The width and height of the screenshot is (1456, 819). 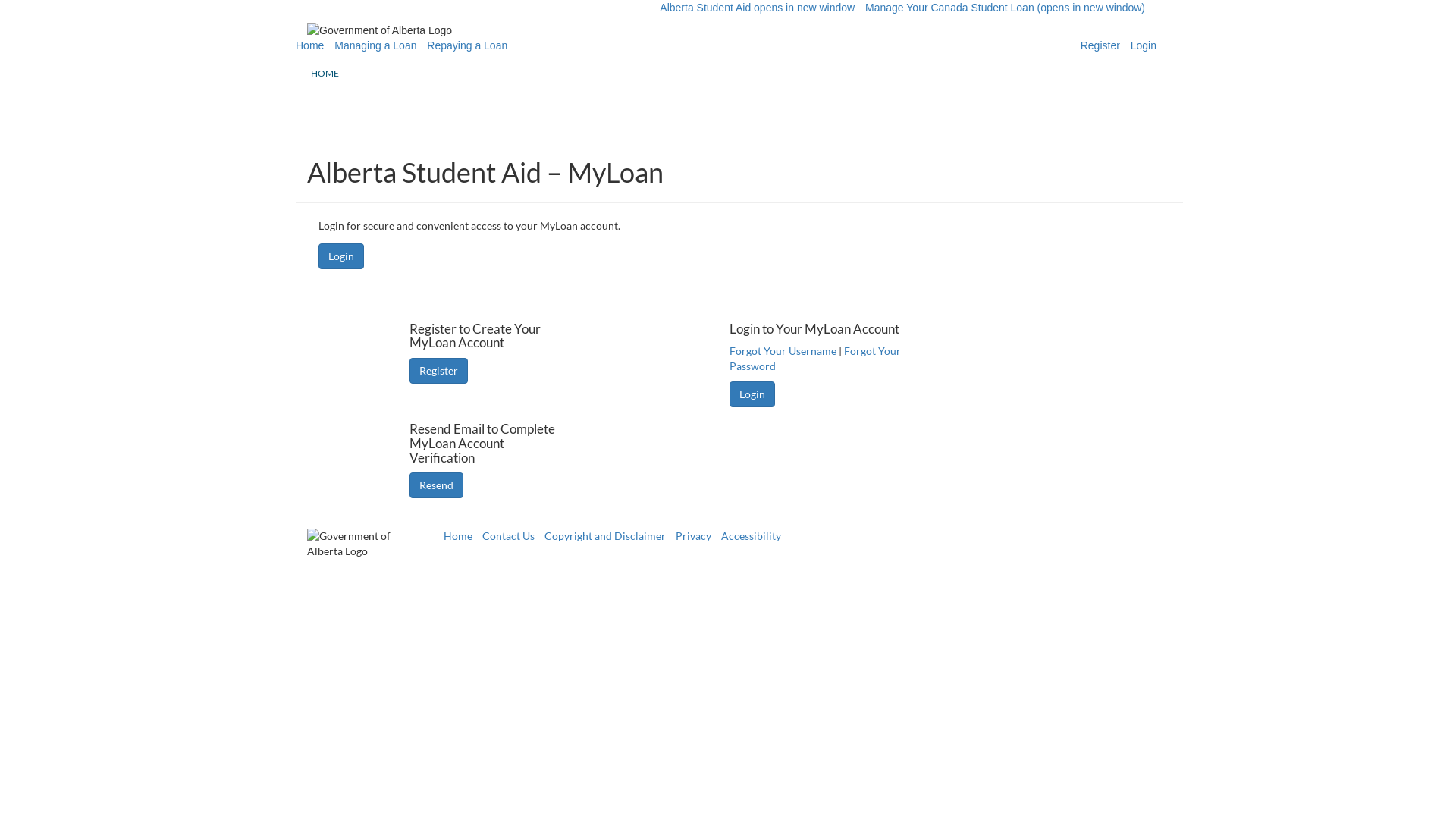 What do you see at coordinates (783, 350) in the screenshot?
I see `'Forgot Your Username'` at bounding box center [783, 350].